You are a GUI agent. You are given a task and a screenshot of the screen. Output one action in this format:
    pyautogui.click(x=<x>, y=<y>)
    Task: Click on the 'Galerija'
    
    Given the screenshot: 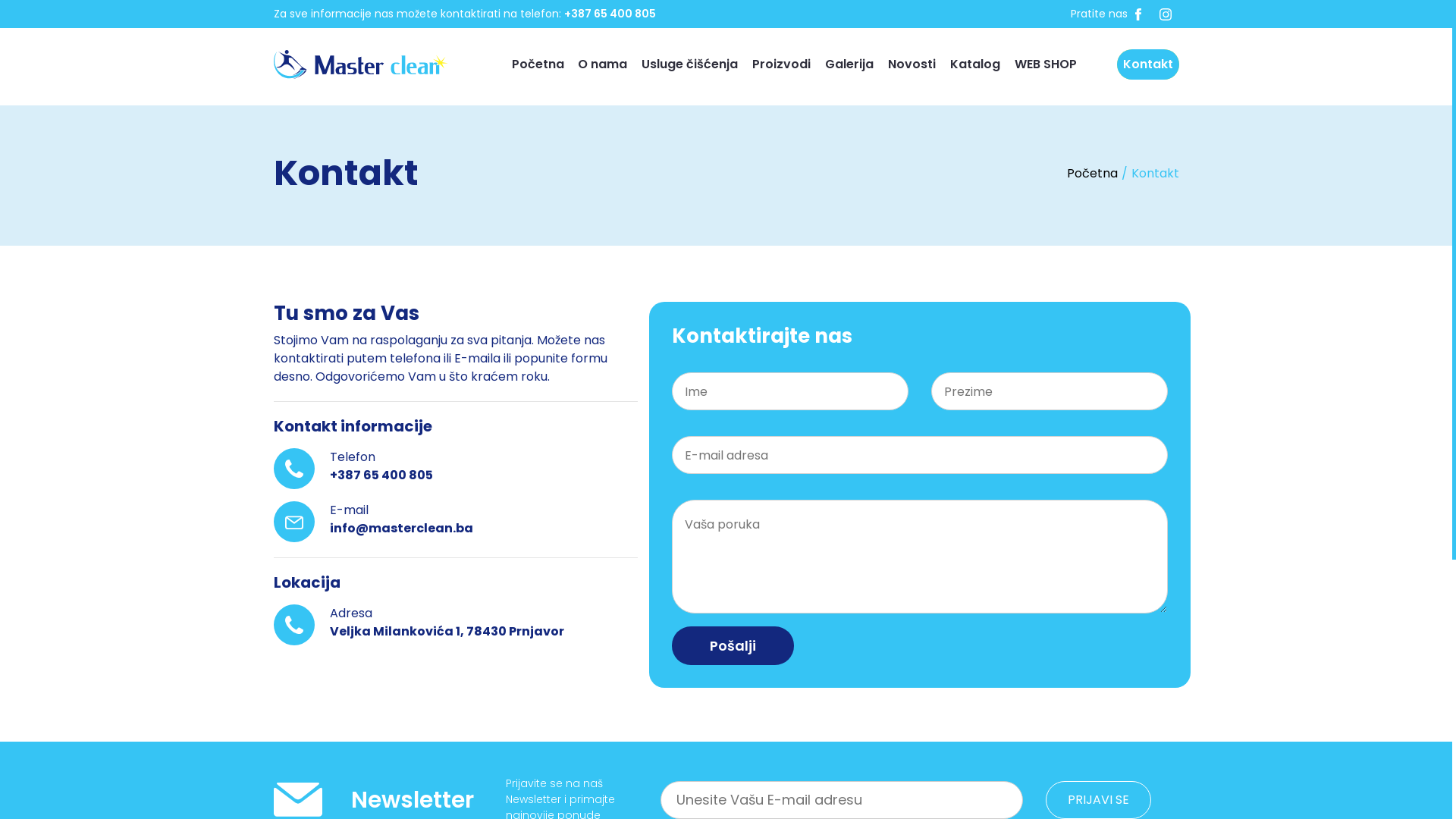 What is the action you would take?
    pyautogui.click(x=848, y=63)
    